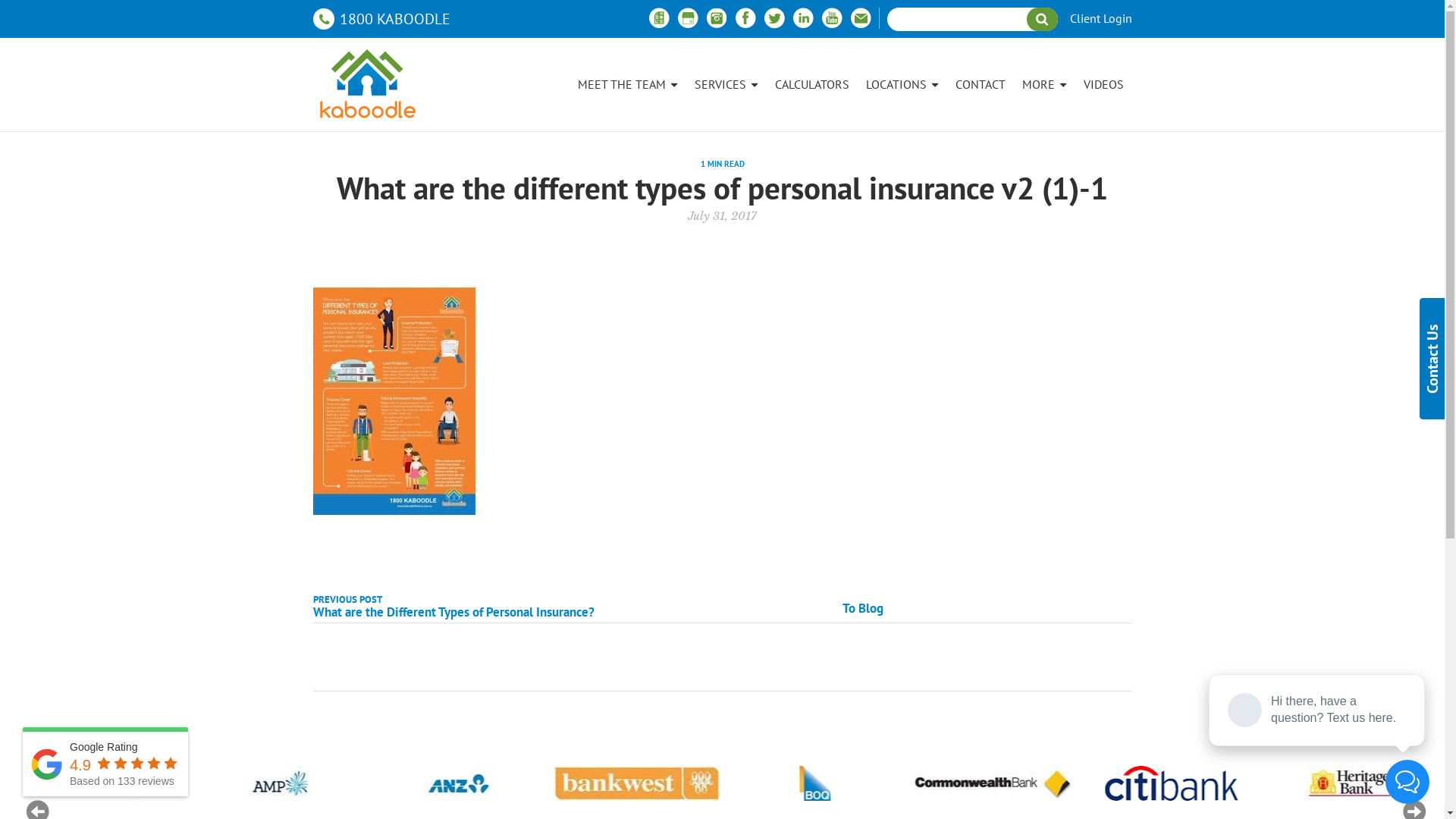  I want to click on 'Google Business', so click(686, 17).